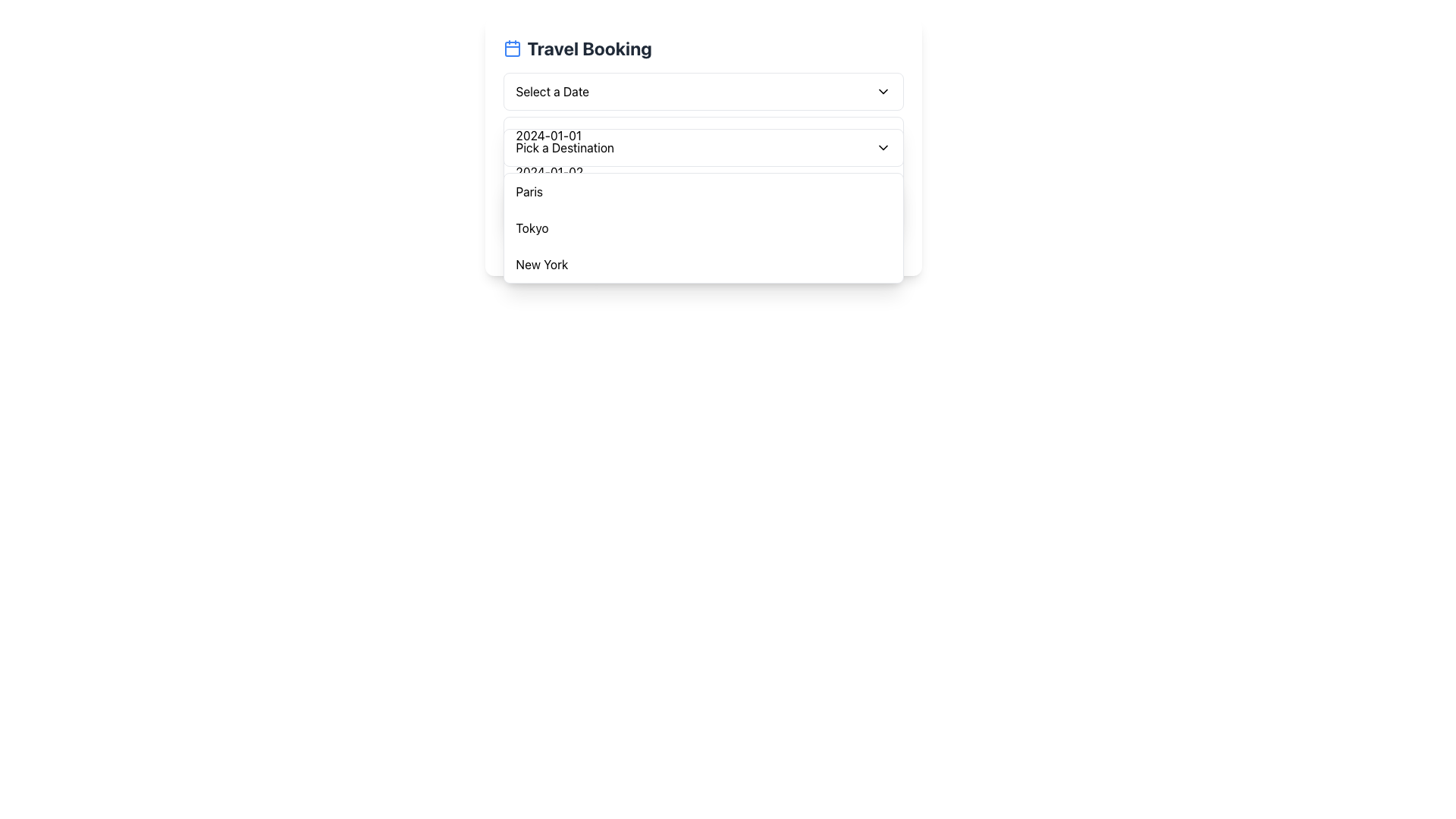 The width and height of the screenshot is (1456, 819). Describe the element at coordinates (702, 263) in the screenshot. I see `the dropdown option labeled 'New York', which is the third option in the vertical dropdown list located beneath 'Tokyo'` at that location.